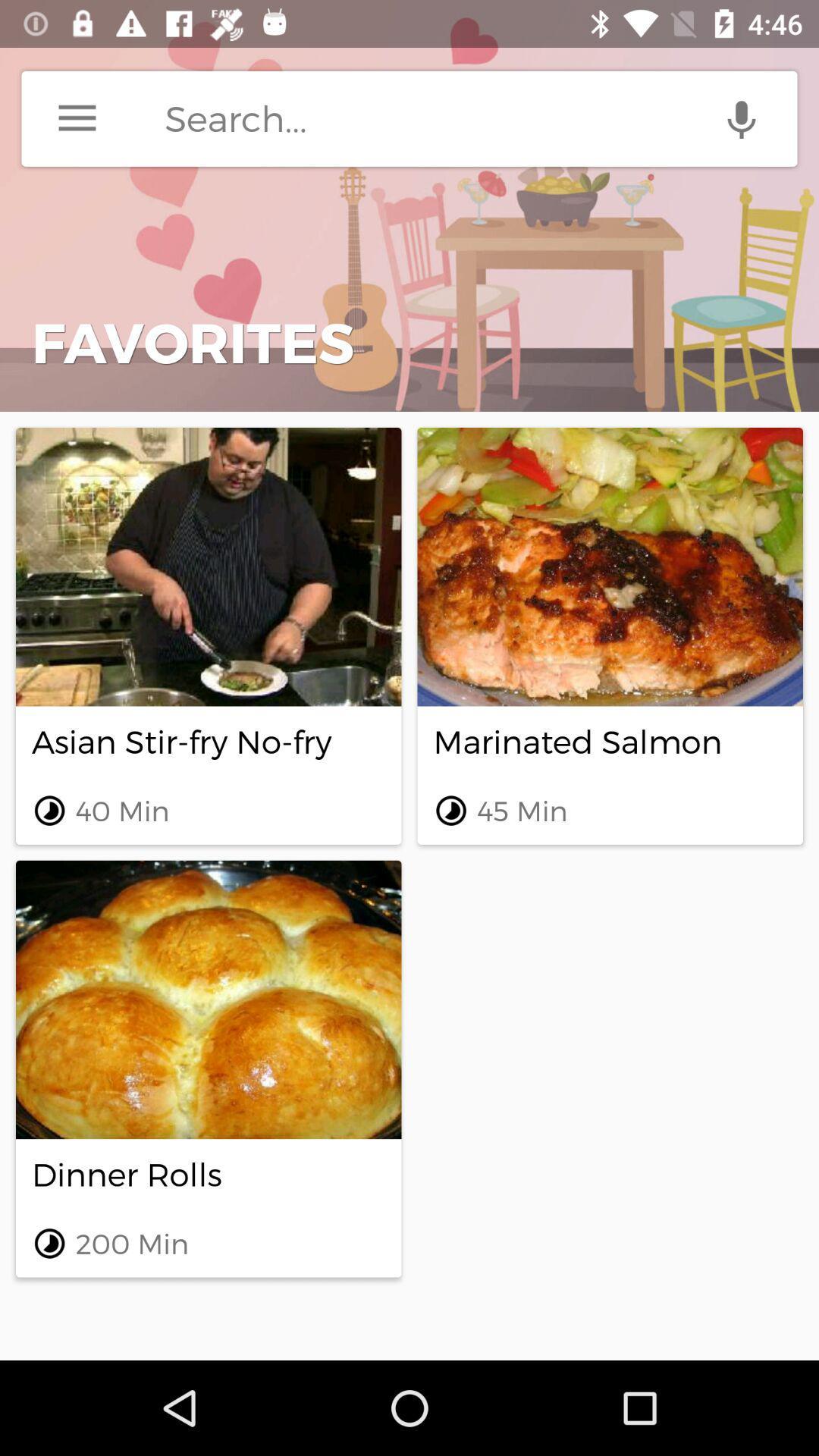 Image resolution: width=819 pixels, height=1456 pixels. I want to click on main menu, so click(77, 118).